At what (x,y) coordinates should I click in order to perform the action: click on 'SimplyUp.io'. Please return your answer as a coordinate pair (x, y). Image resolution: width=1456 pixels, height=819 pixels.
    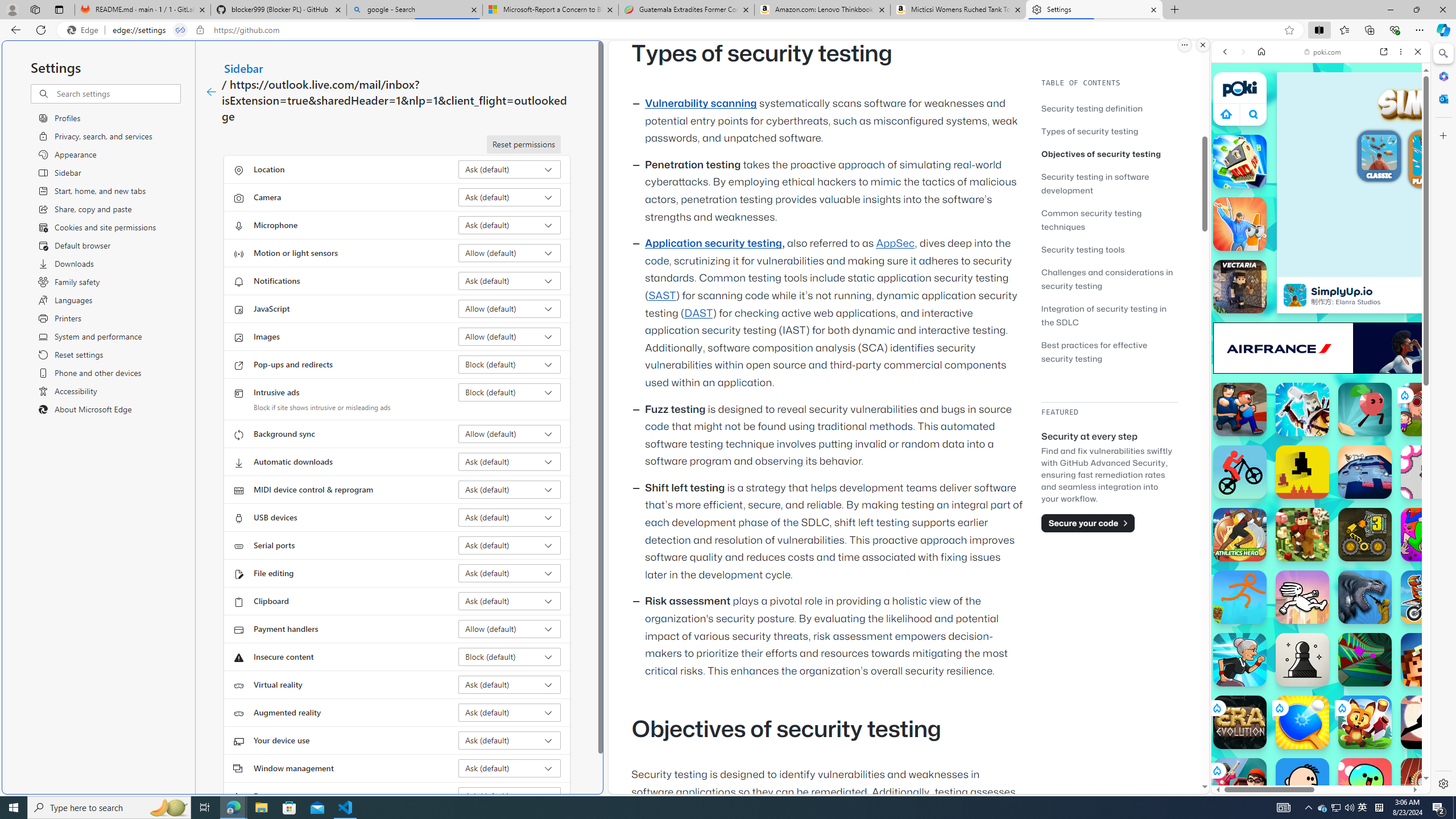
    Looking at the image, I should click on (1294, 295).